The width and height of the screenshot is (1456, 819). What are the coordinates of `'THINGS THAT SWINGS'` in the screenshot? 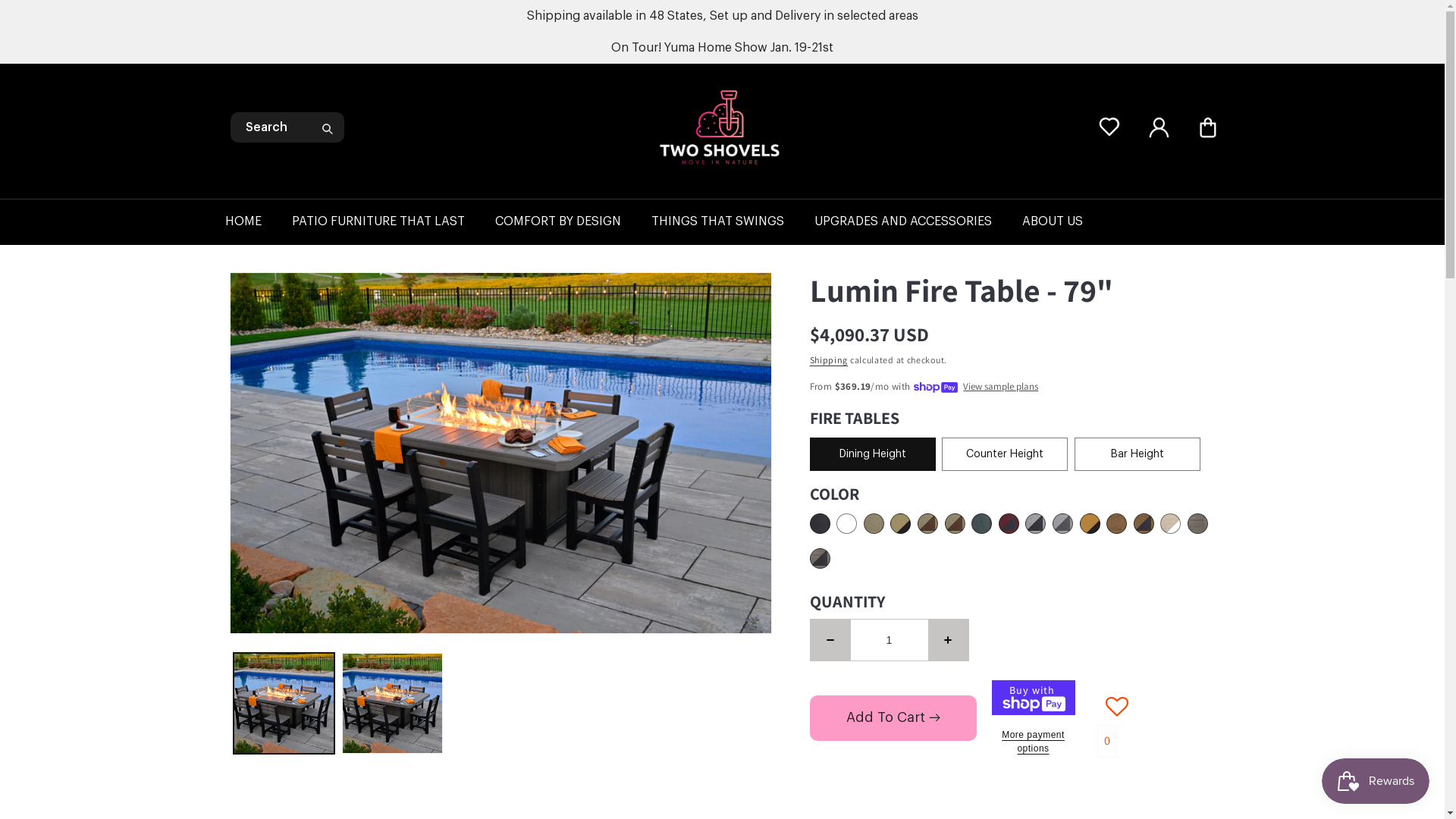 It's located at (732, 221).